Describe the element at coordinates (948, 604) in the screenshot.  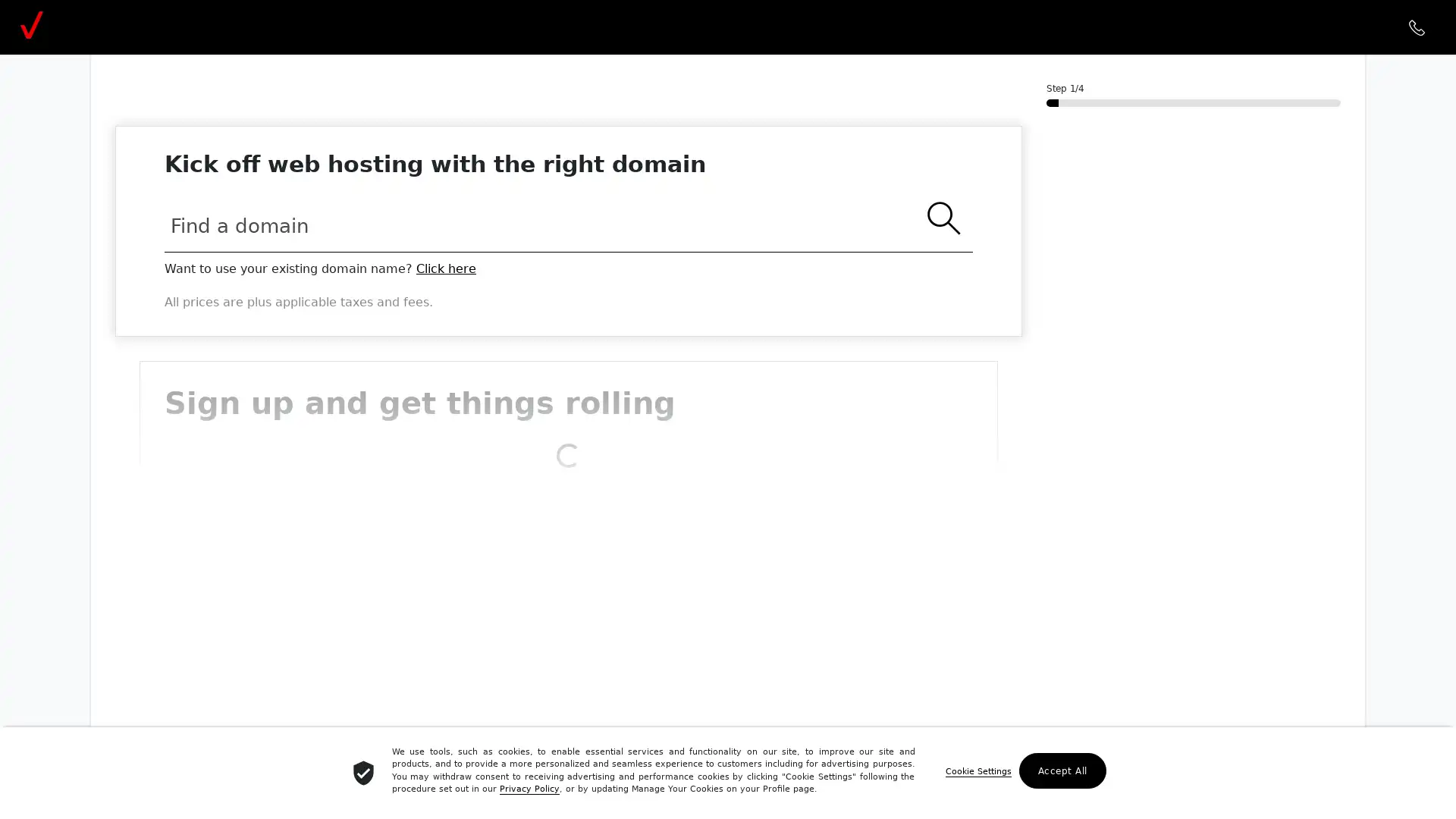
I see `Show Password` at that location.